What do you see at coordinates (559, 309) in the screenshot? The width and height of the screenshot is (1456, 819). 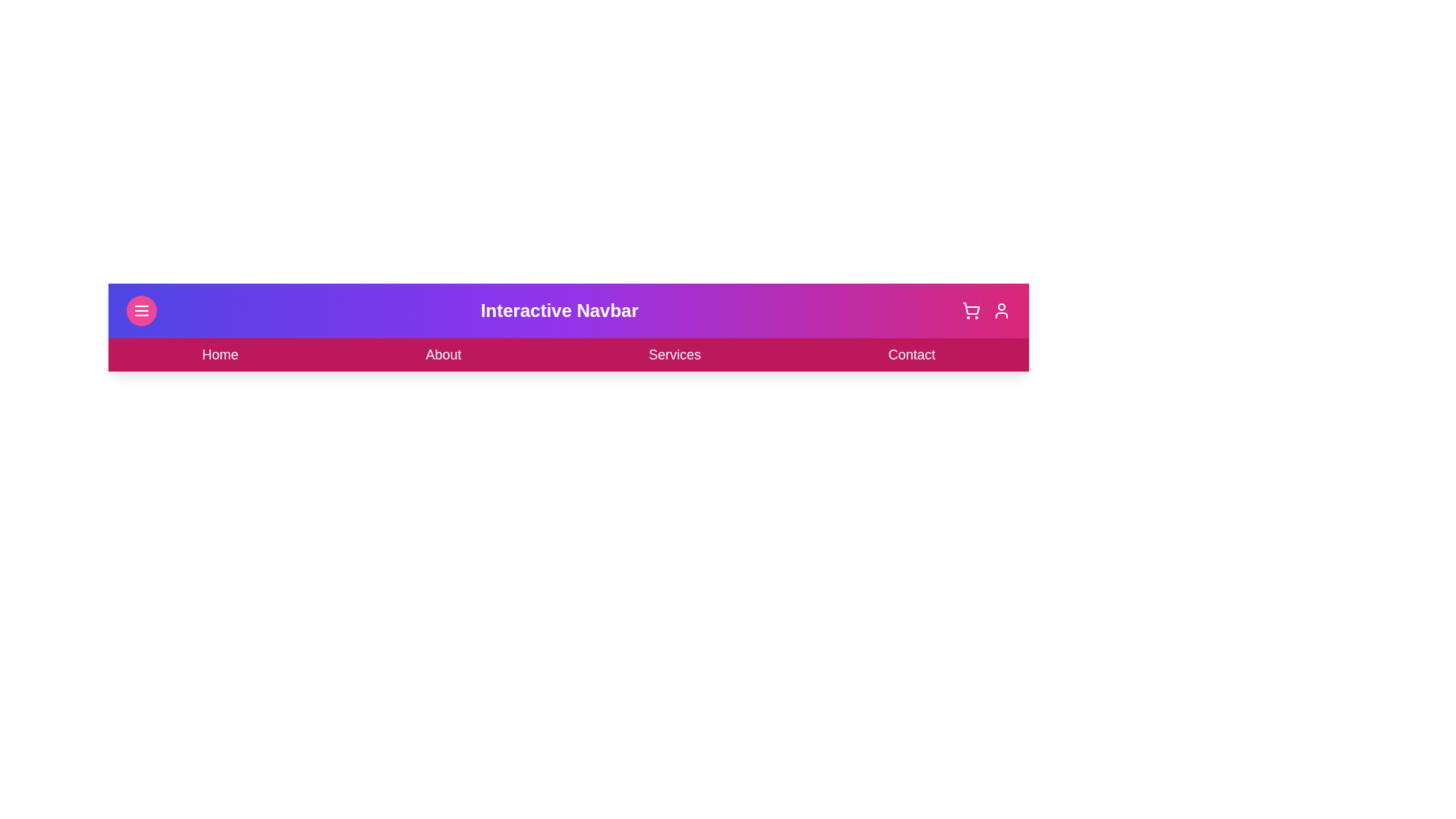 I see `the header text 'Interactive Navbar'` at bounding box center [559, 309].